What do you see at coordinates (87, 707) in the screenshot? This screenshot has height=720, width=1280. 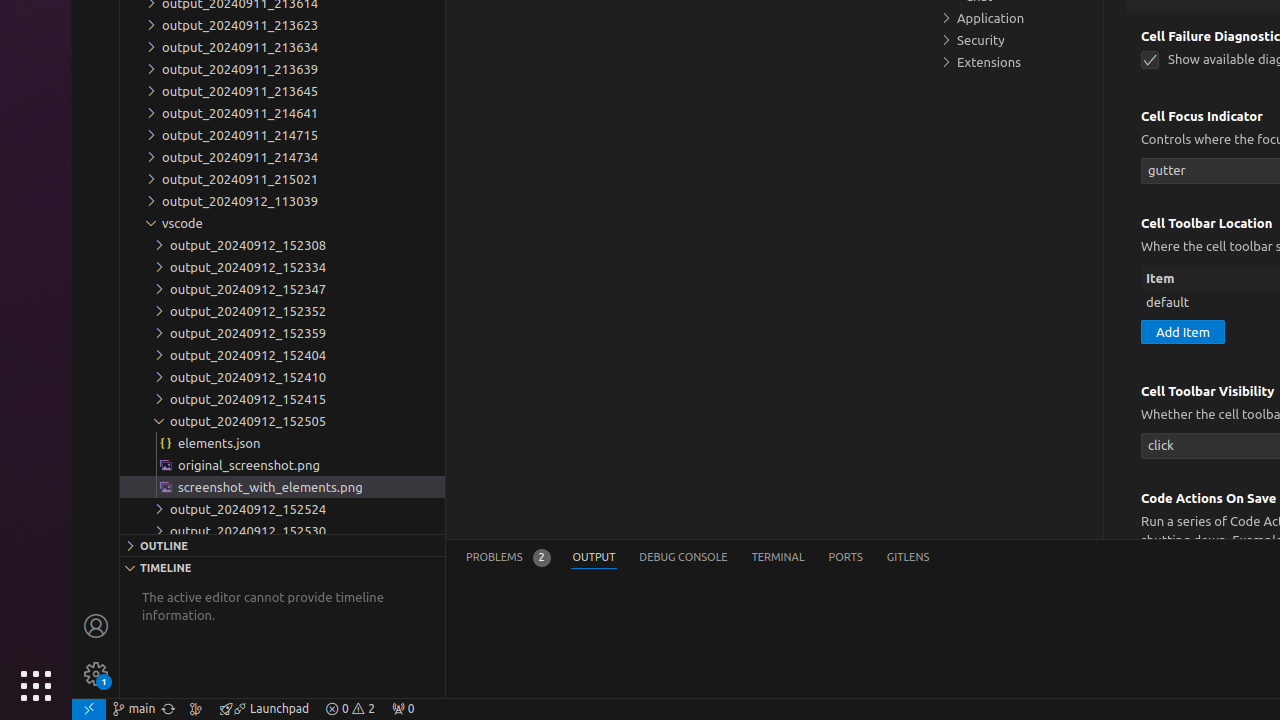 I see `'remote'` at bounding box center [87, 707].